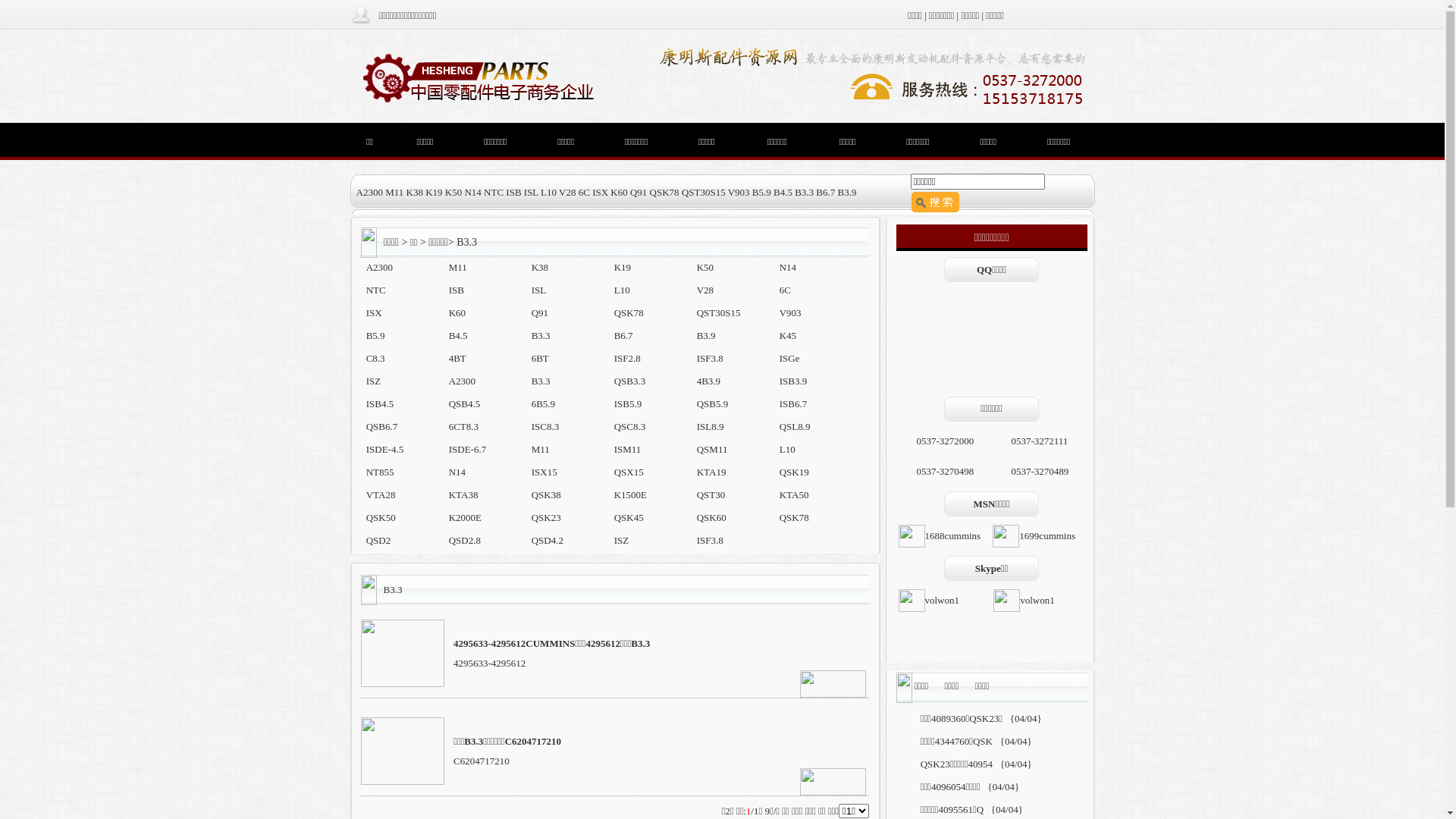 This screenshot has width=1456, height=819. What do you see at coordinates (380, 471) in the screenshot?
I see `'NT855'` at bounding box center [380, 471].